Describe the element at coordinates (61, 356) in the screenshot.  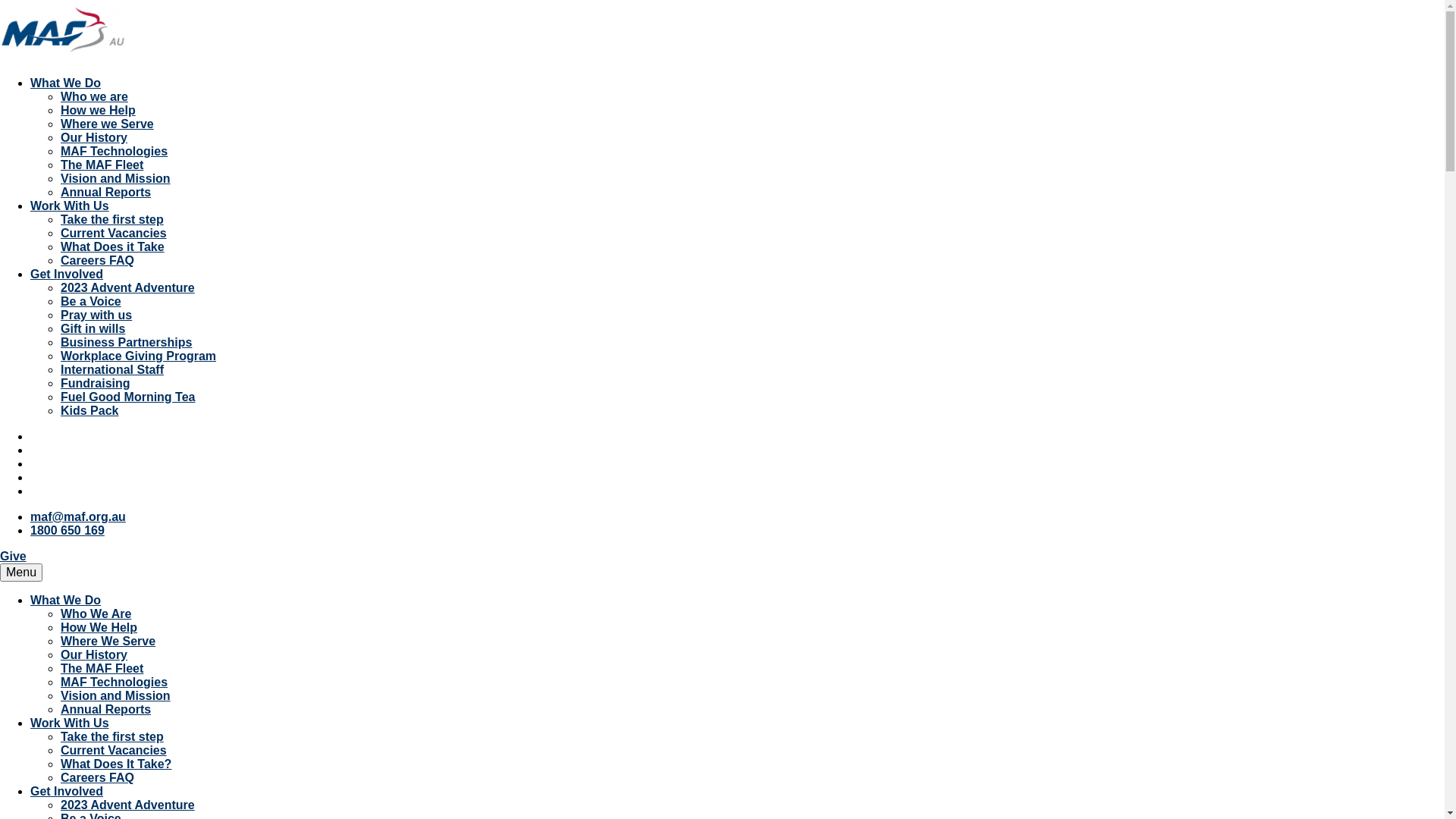
I see `'Workplace Giving Program'` at that location.